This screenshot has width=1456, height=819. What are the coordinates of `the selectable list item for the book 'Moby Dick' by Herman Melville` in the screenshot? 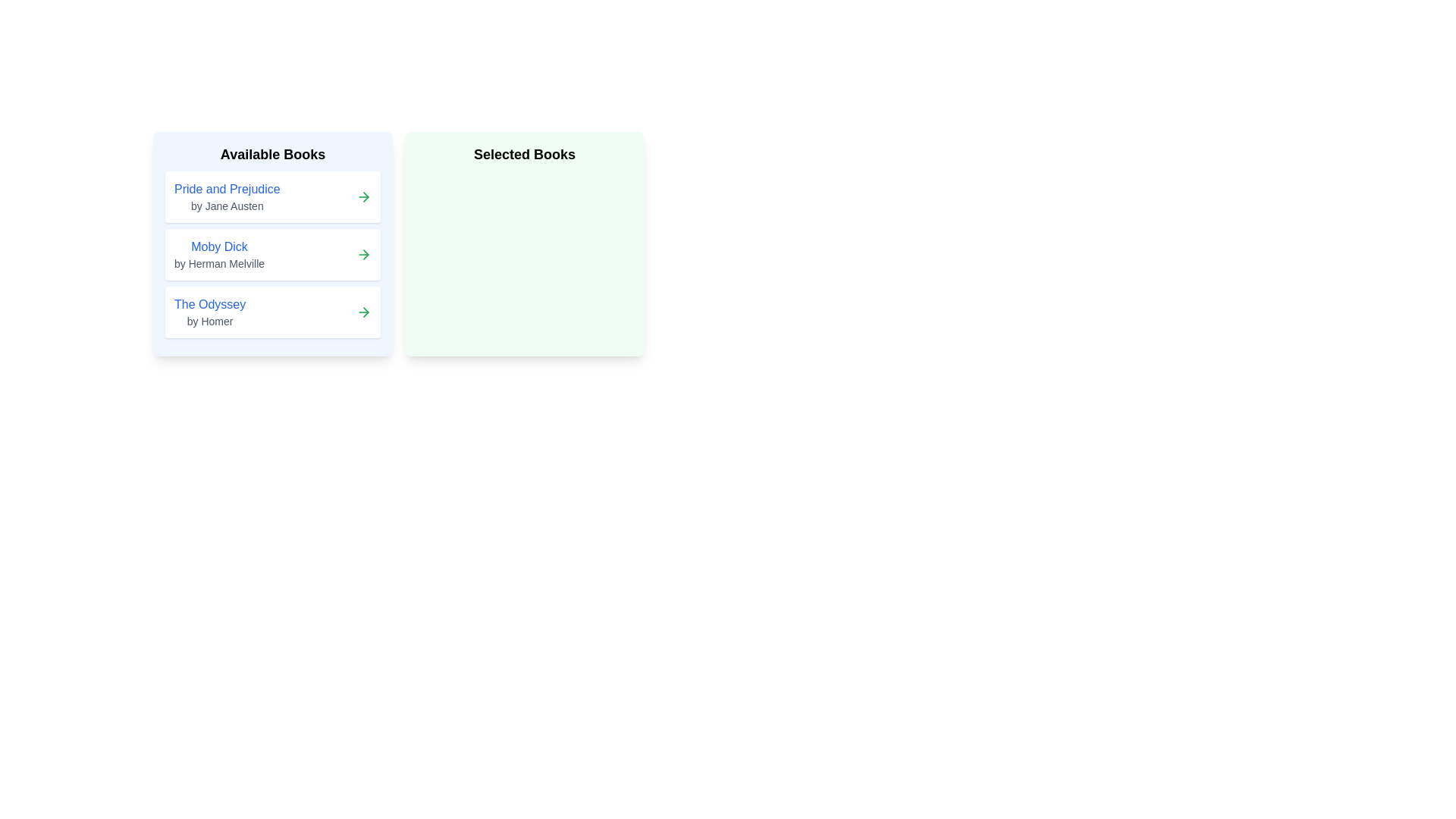 It's located at (273, 253).